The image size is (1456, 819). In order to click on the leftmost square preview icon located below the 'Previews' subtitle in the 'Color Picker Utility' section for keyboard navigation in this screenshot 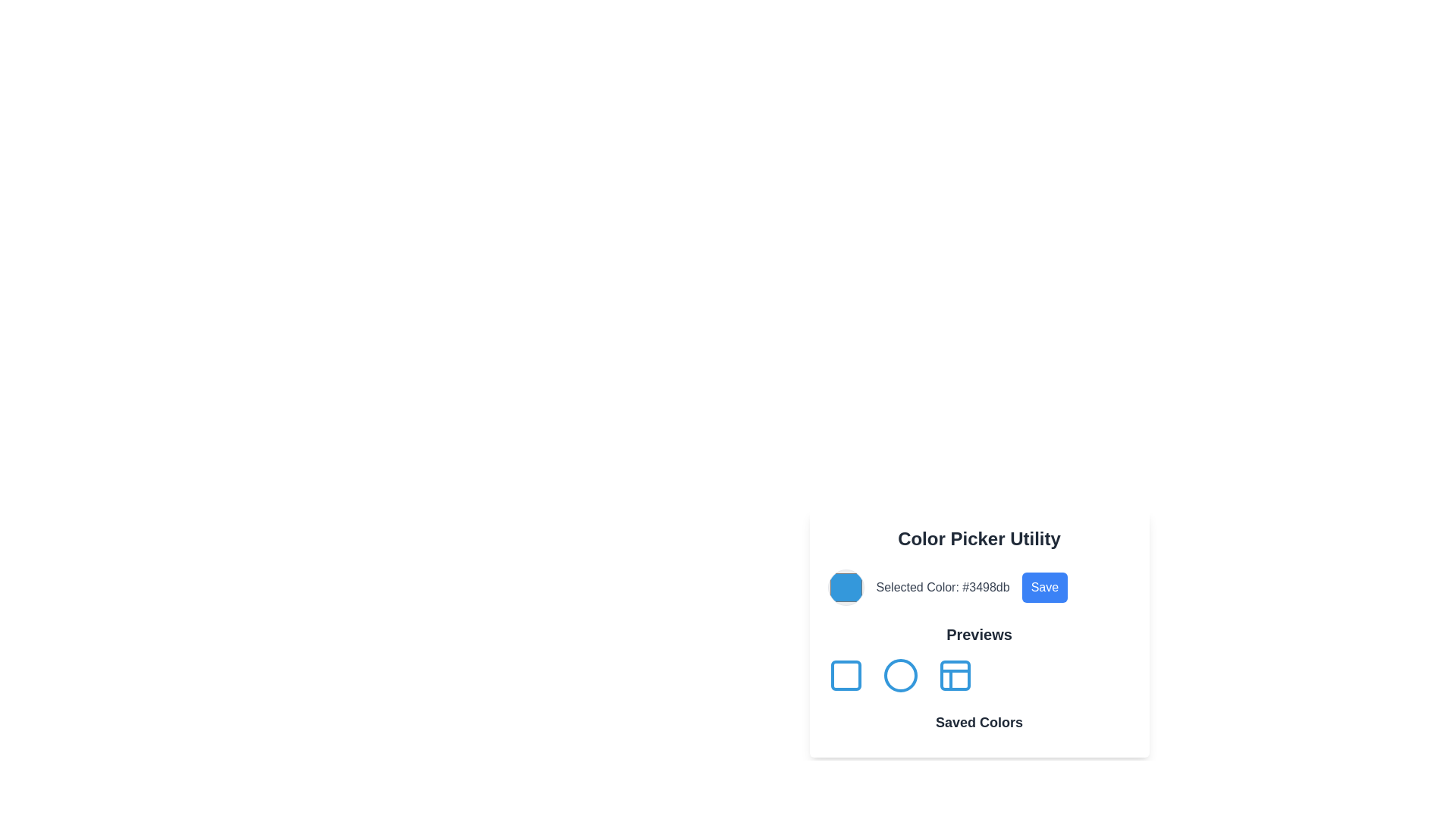, I will do `click(845, 675)`.